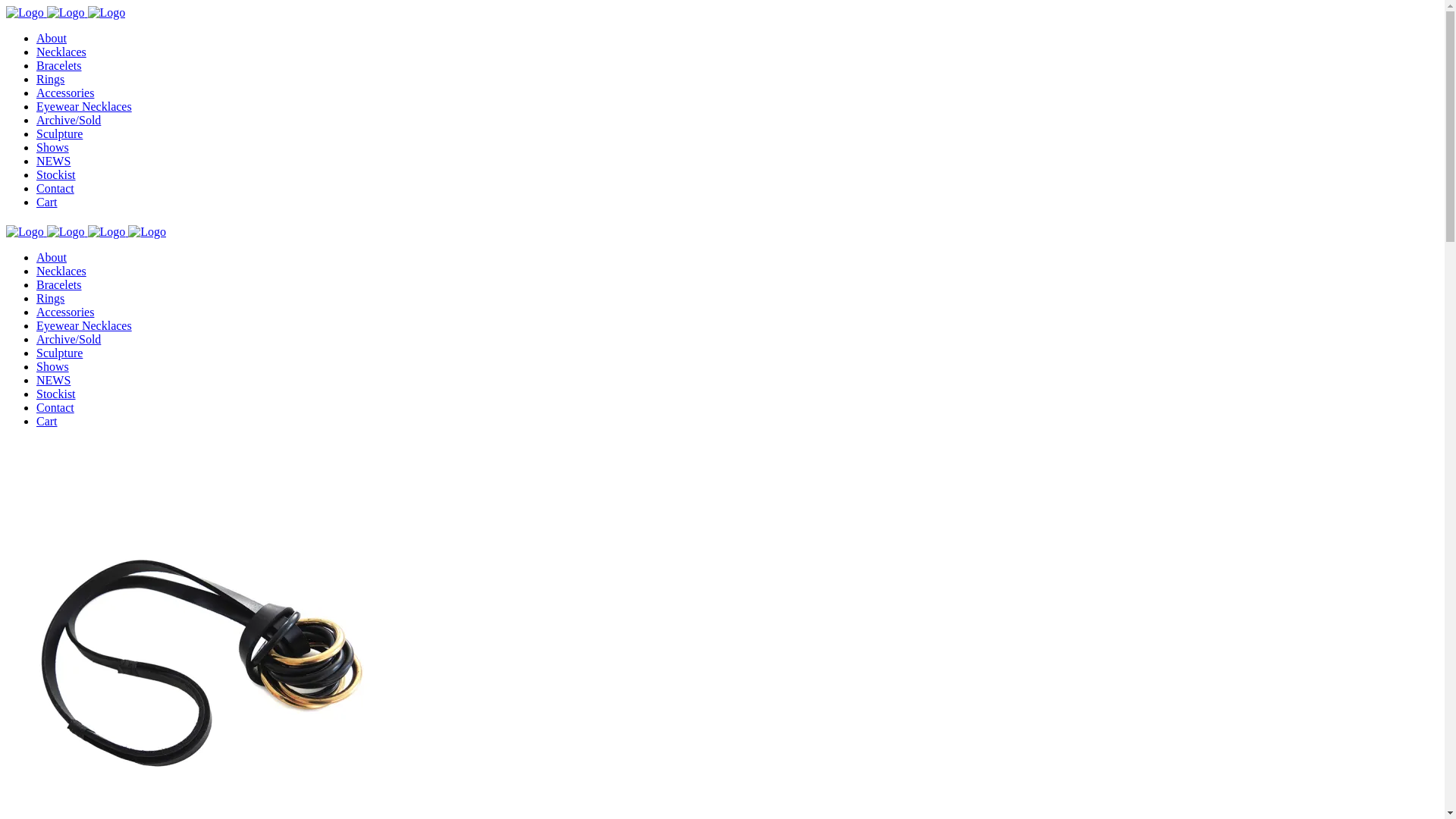 The width and height of the screenshot is (1456, 819). I want to click on 'Archive/Sold', so click(67, 119).